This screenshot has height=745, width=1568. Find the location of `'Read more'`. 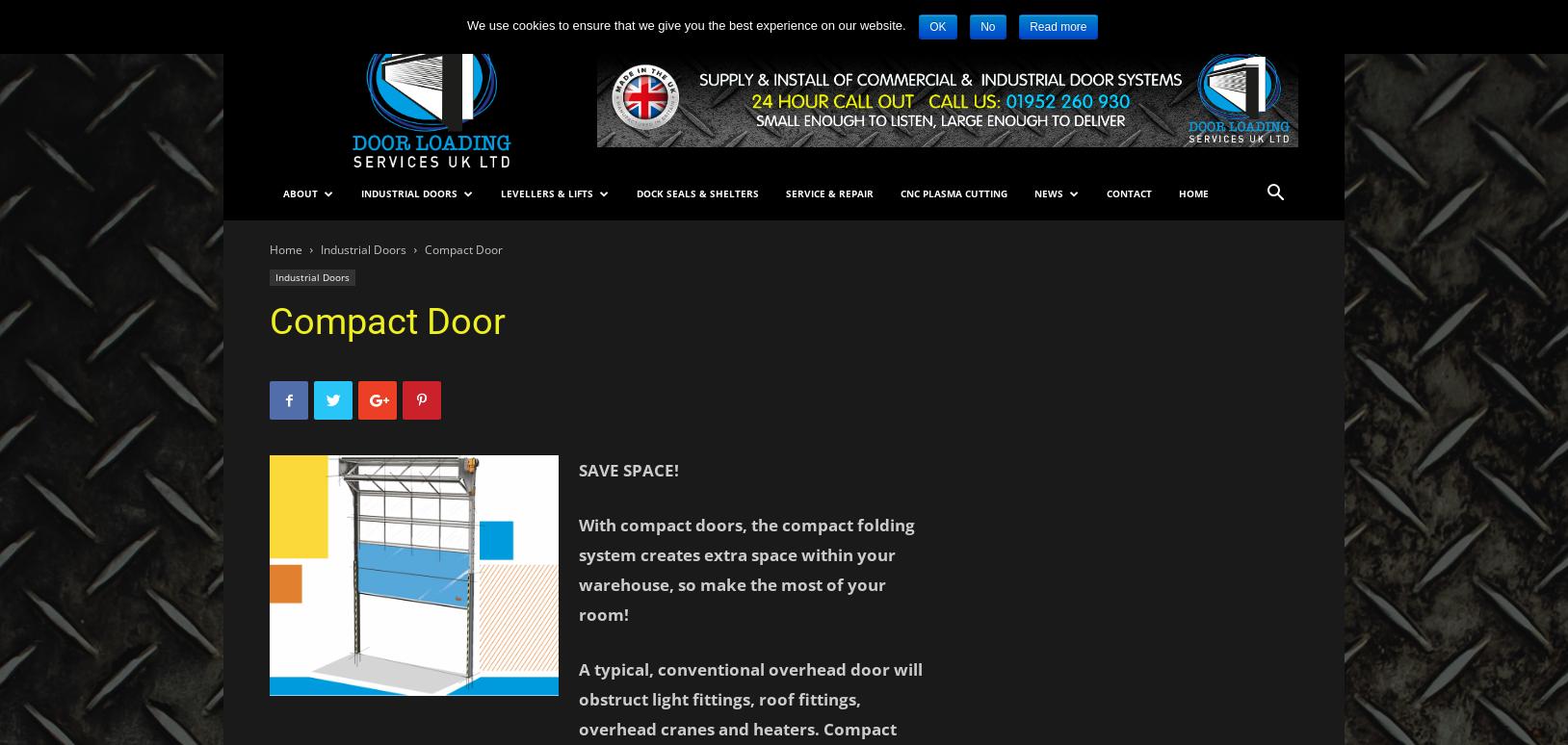

'Read more' is located at coordinates (1058, 27).